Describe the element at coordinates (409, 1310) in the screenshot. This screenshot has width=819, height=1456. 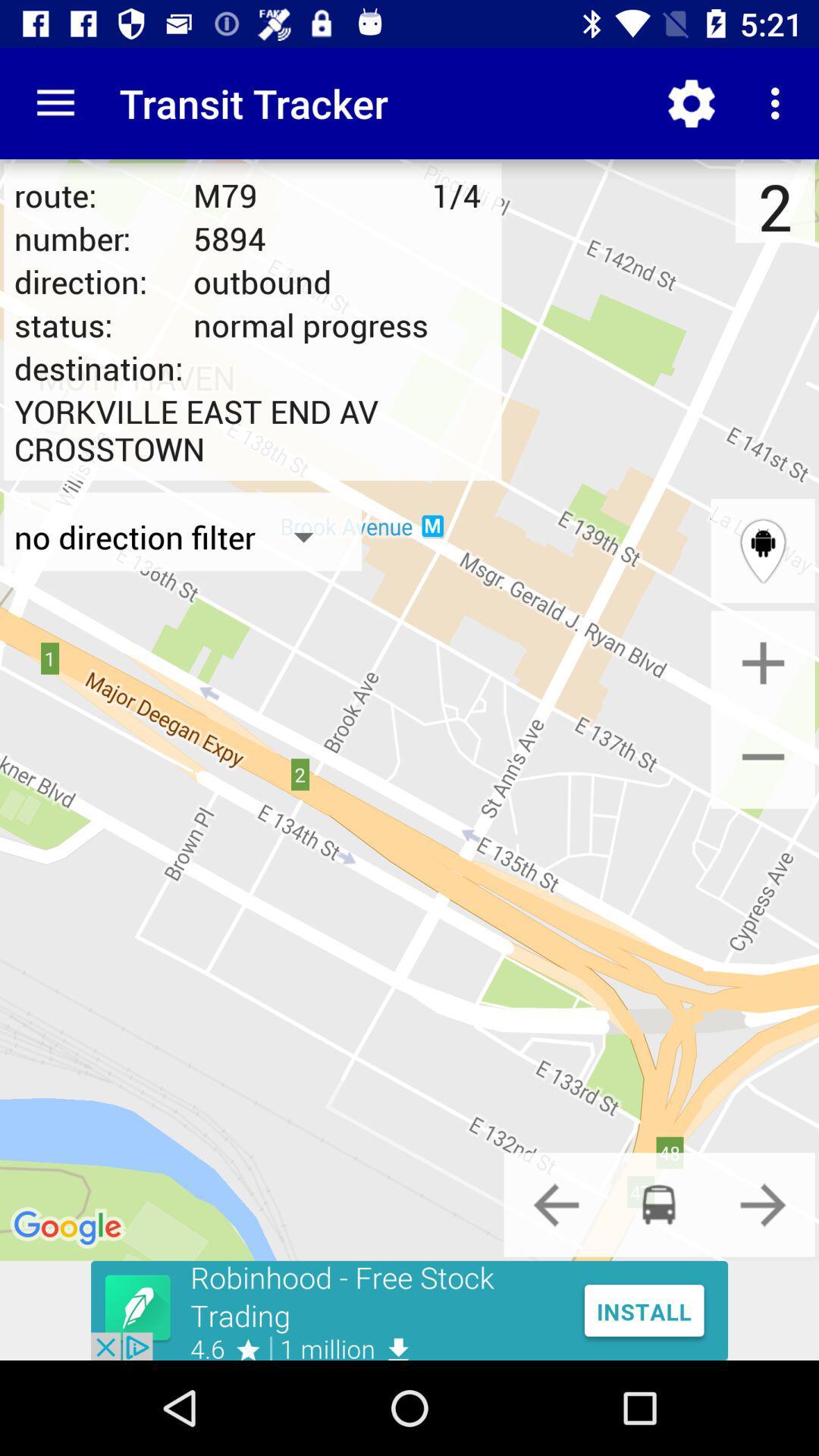
I see `google advertisements` at that location.